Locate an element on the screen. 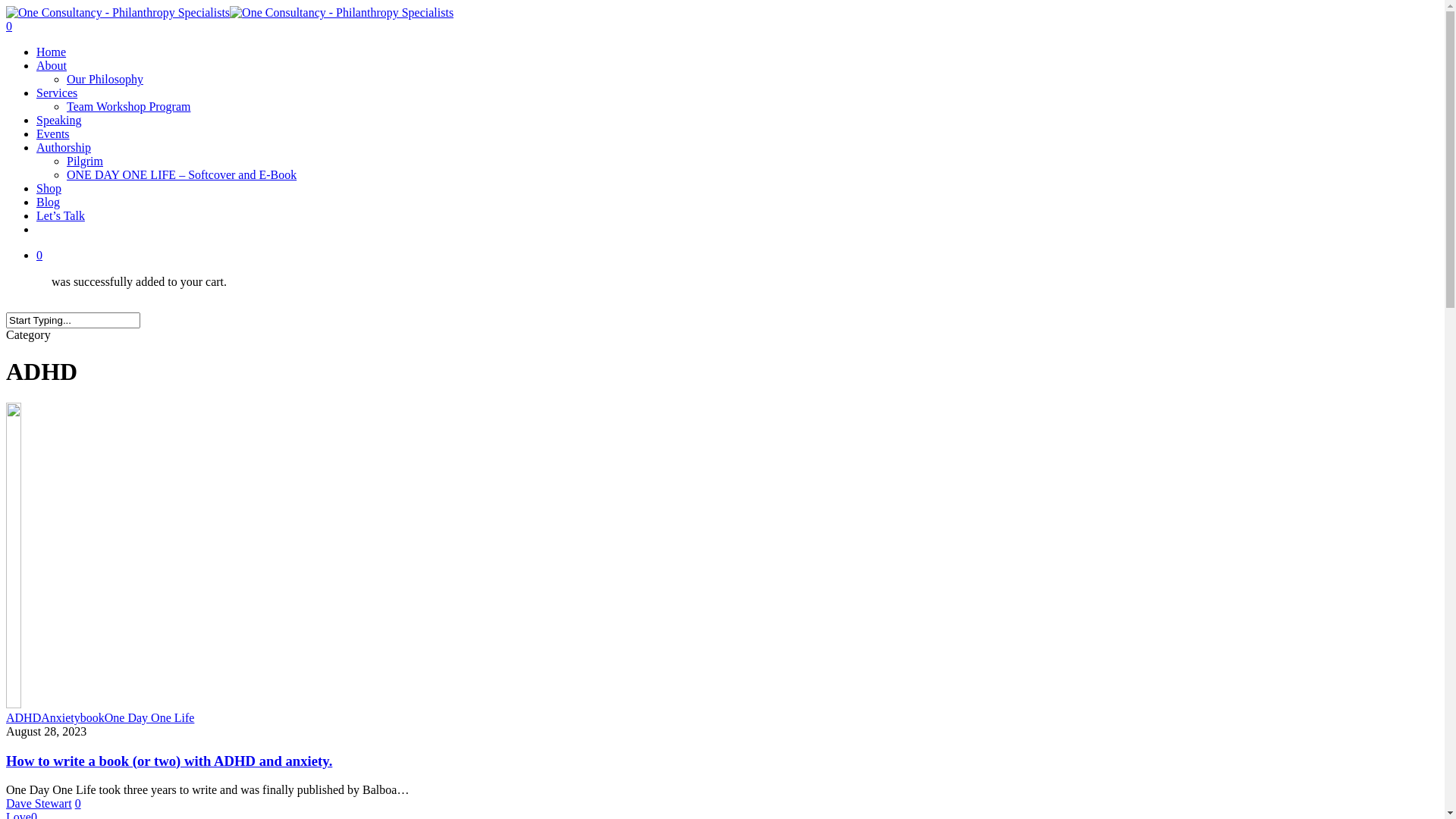 The image size is (1456, 819). 'Shop' is located at coordinates (36, 187).